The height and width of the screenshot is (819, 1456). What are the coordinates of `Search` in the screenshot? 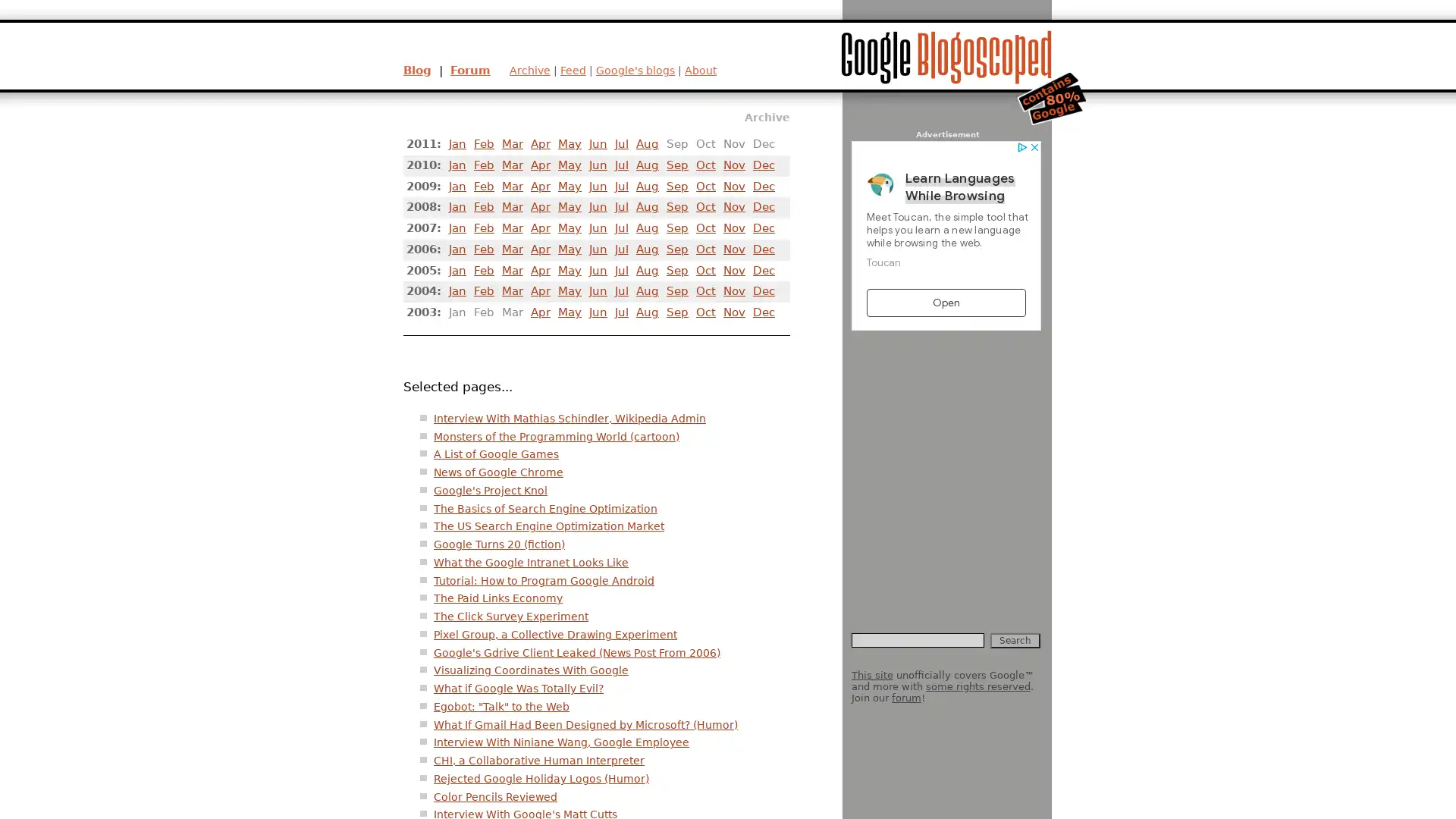 It's located at (1015, 640).